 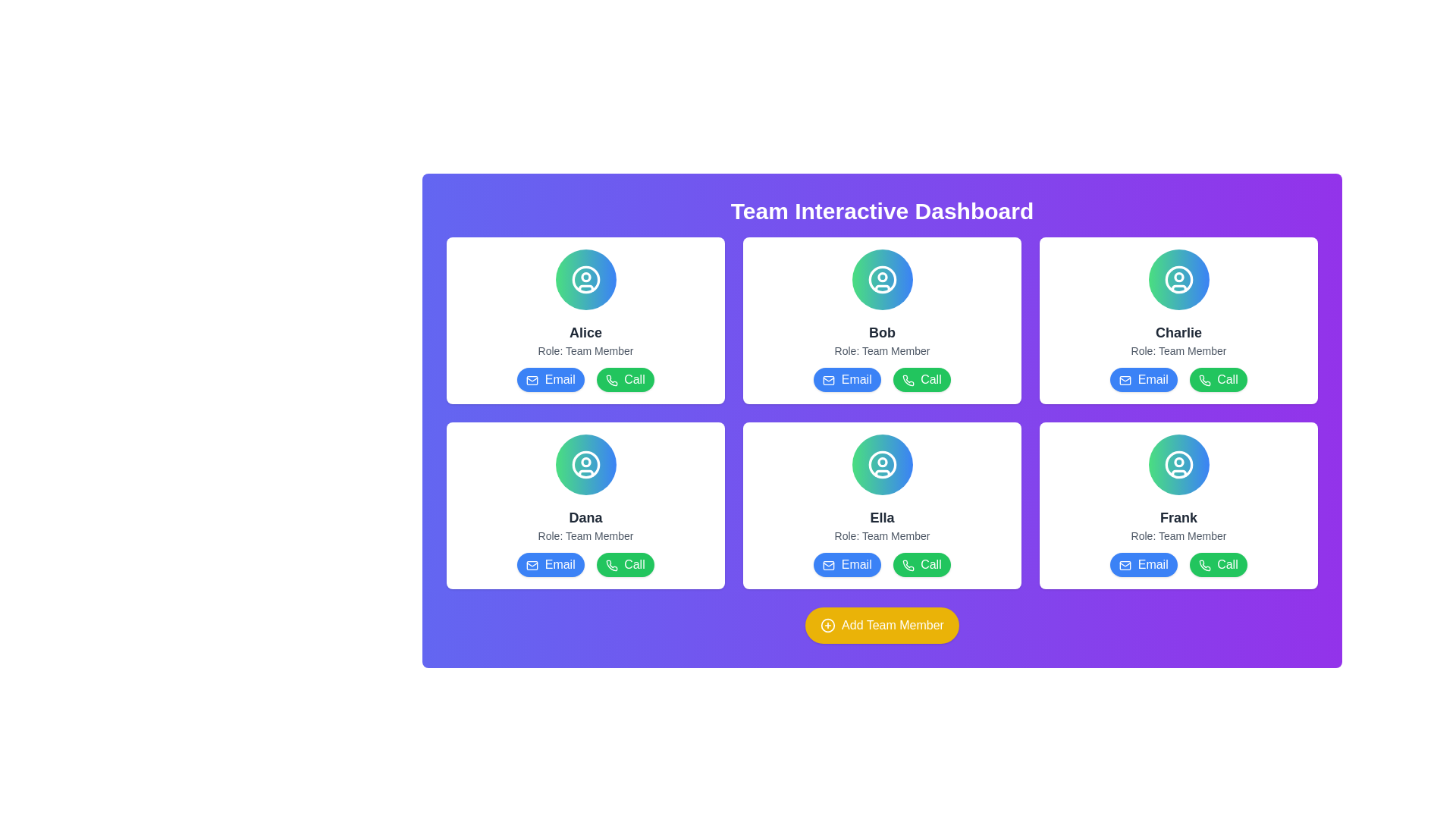 What do you see at coordinates (585, 535) in the screenshot?
I see `the 'Team Member' text label in Dana's profile card, located in the second row, middle column of the grid structure` at bounding box center [585, 535].